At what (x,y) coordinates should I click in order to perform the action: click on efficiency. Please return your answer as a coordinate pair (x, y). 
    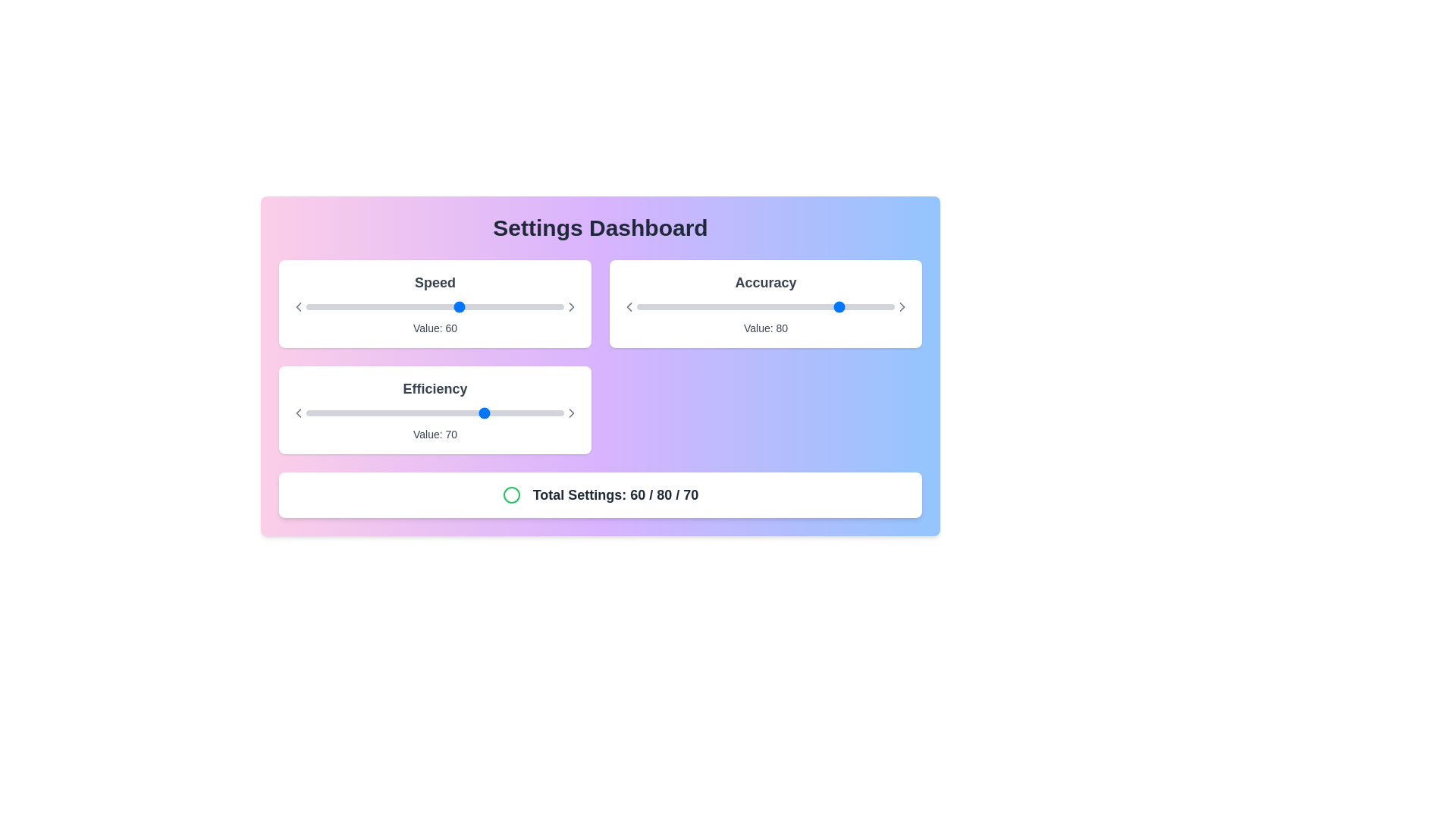
    Looking at the image, I should click on (543, 413).